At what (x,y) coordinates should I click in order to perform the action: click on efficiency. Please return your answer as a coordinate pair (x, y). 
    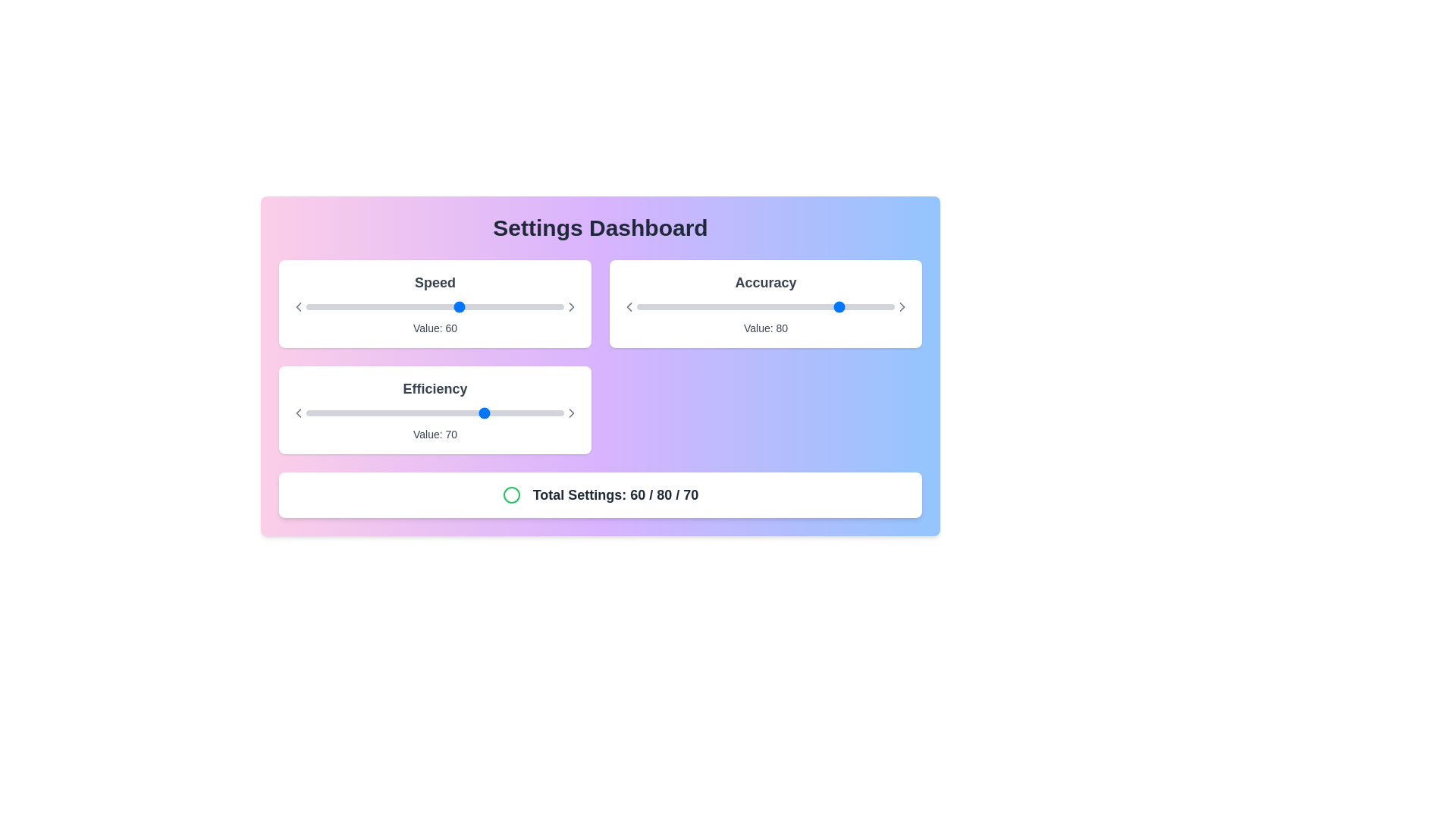
    Looking at the image, I should click on (543, 413).